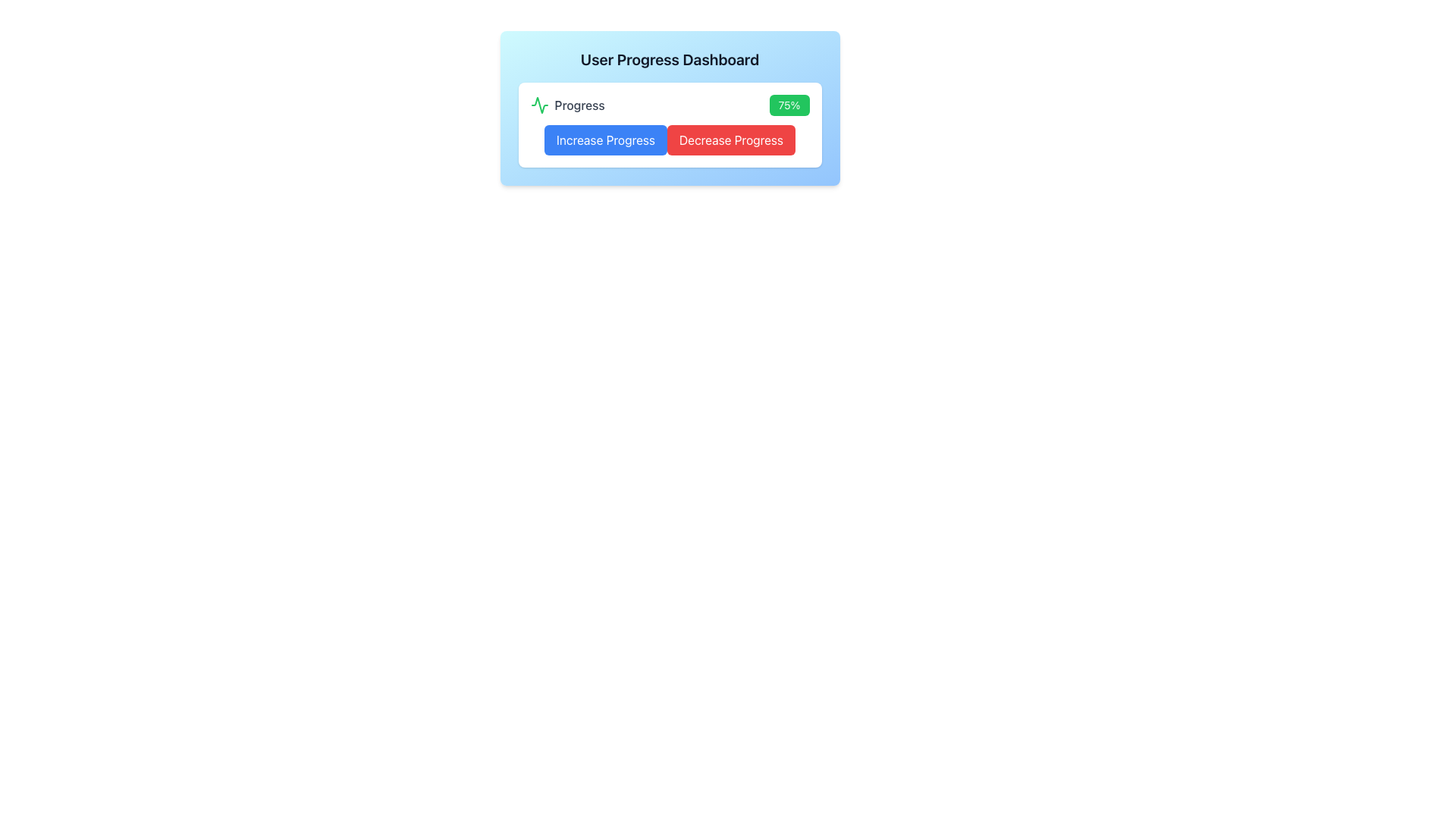  What do you see at coordinates (539, 104) in the screenshot?
I see `the progress icon located near the top-left corner of the dashboard display area, which indicates activity alongside the 'Progress' text and '75%' percentage value` at bounding box center [539, 104].